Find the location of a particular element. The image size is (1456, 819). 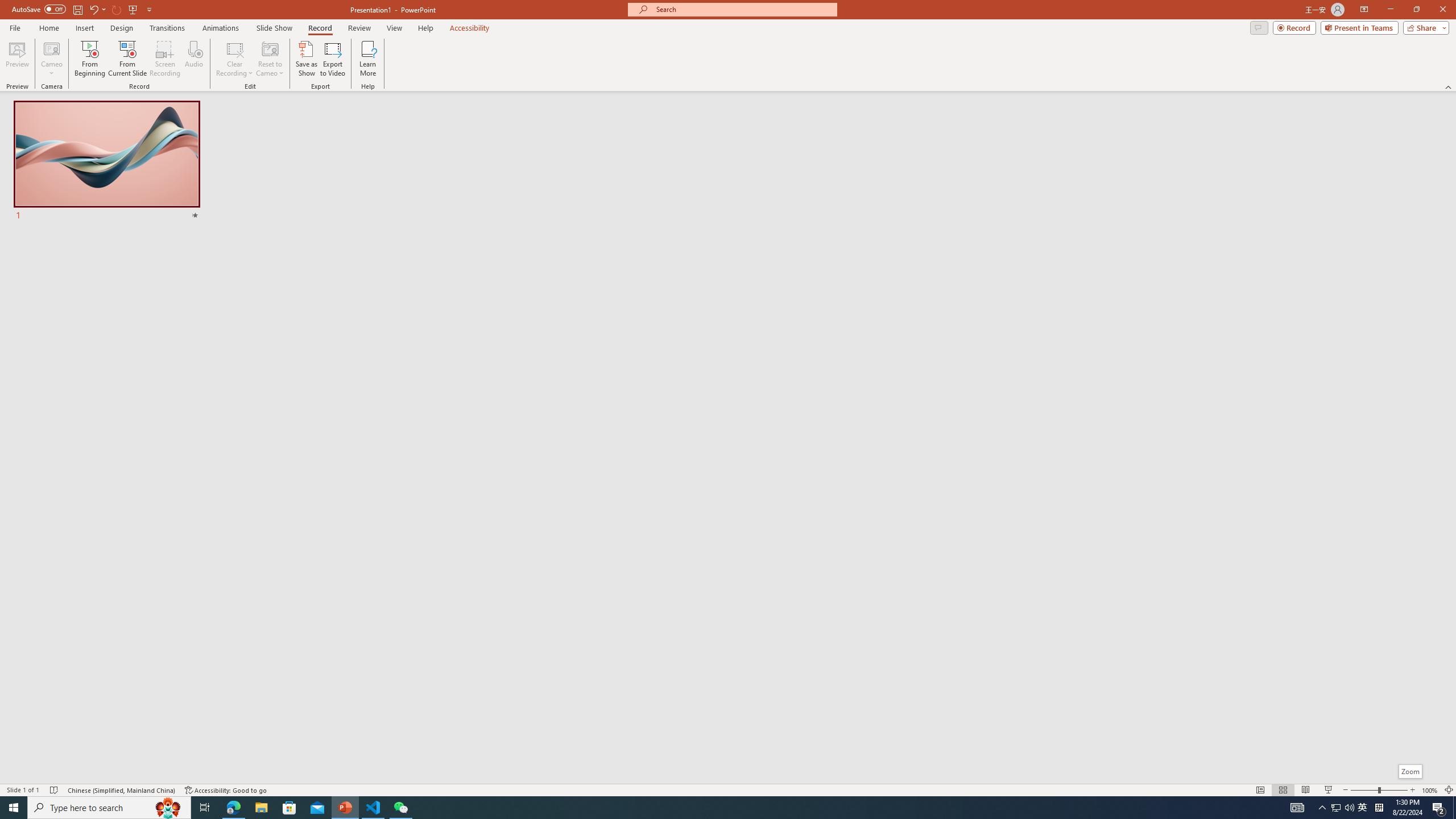

'Screen Recording' is located at coordinates (164, 59).